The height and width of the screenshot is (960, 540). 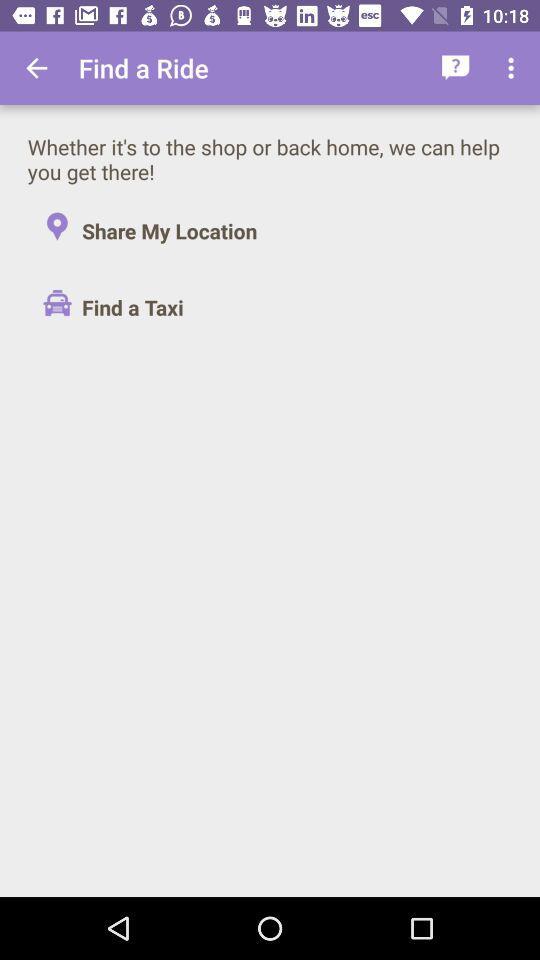 I want to click on the app to the left of the find a ride icon, so click(x=36, y=68).